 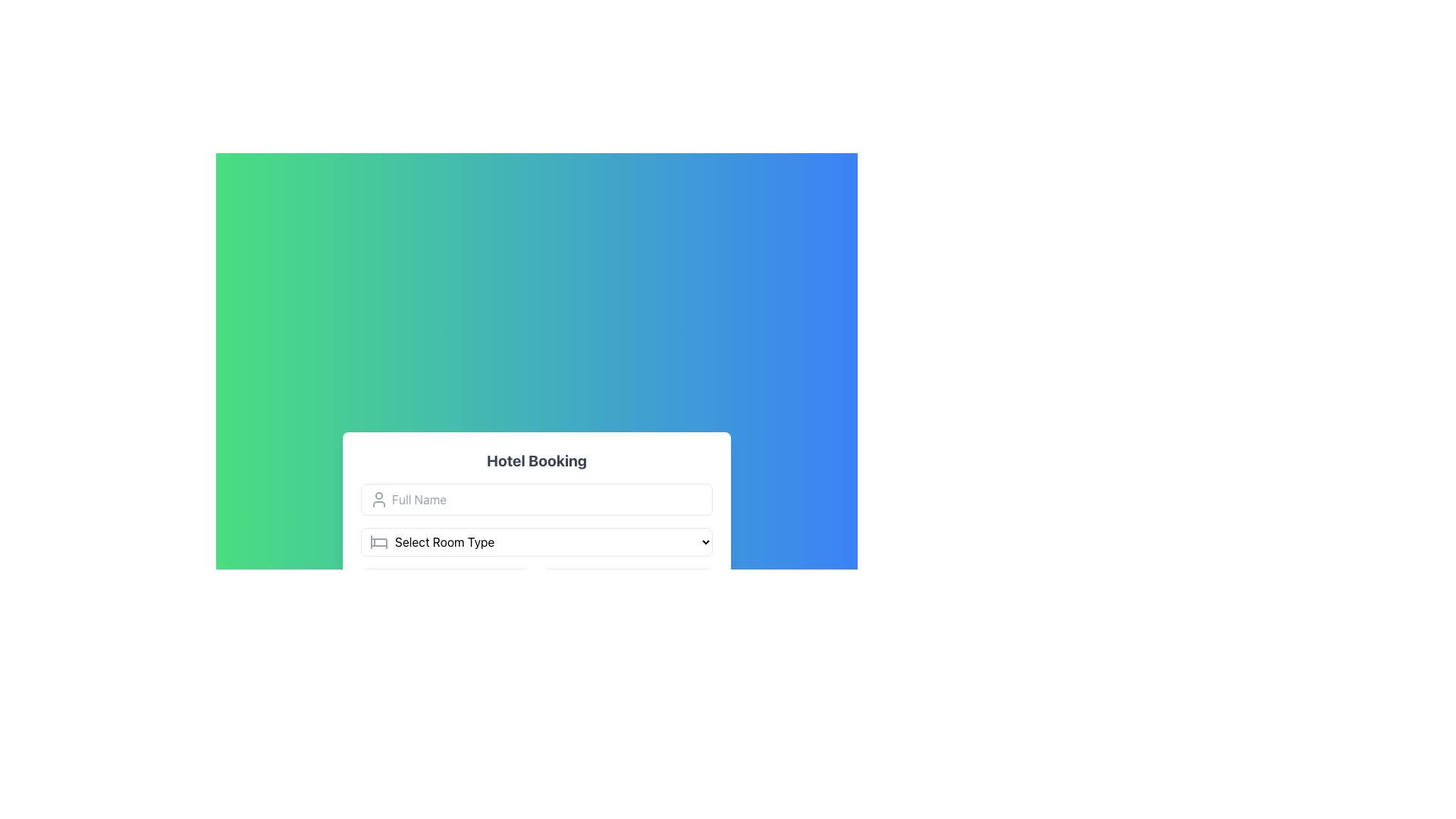 What do you see at coordinates (537, 460) in the screenshot?
I see `the bold, large-sized text label displaying 'Hotel Booking' at the top of the form interface` at bounding box center [537, 460].